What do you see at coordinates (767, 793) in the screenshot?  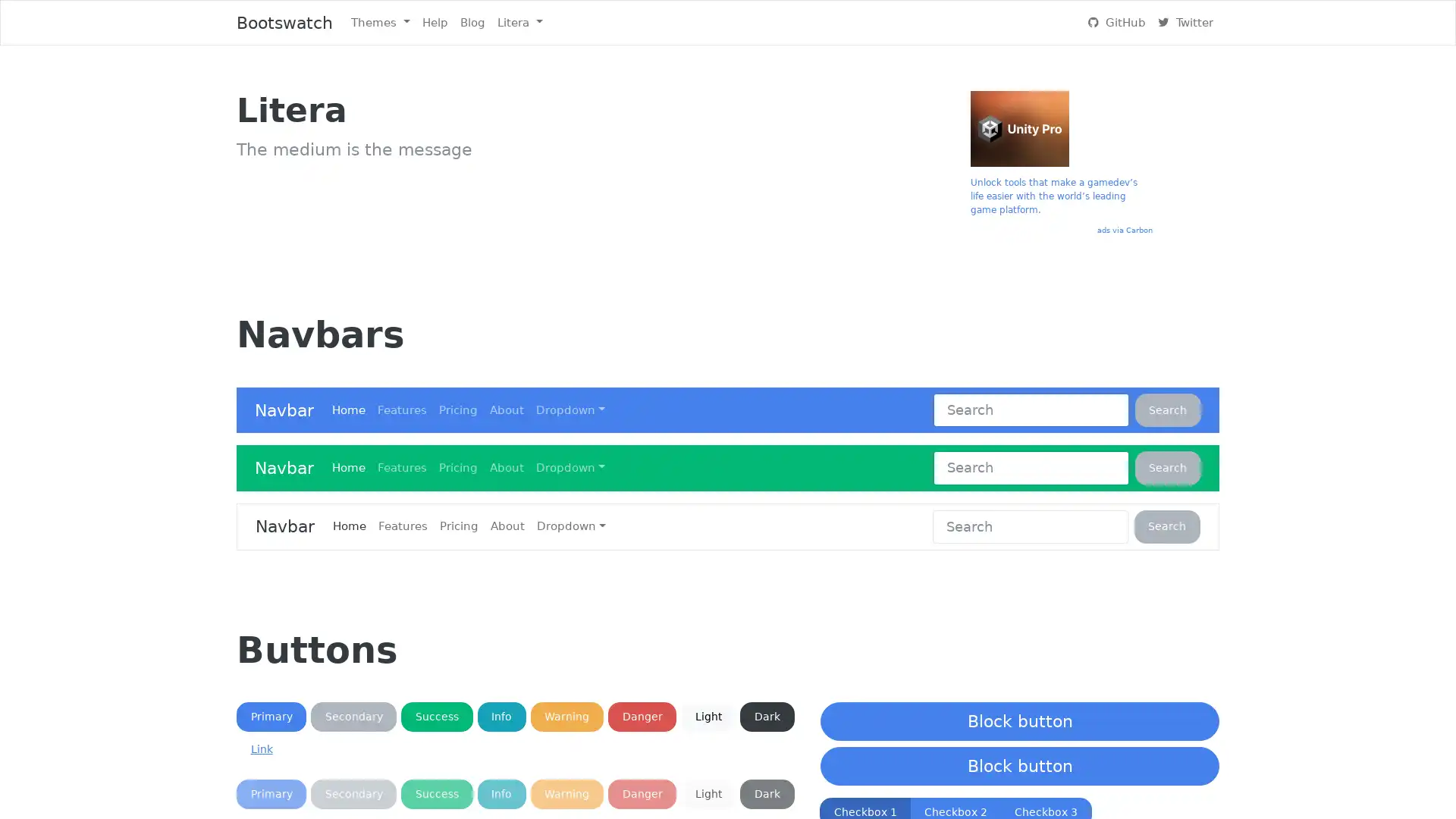 I see `Dark` at bounding box center [767, 793].